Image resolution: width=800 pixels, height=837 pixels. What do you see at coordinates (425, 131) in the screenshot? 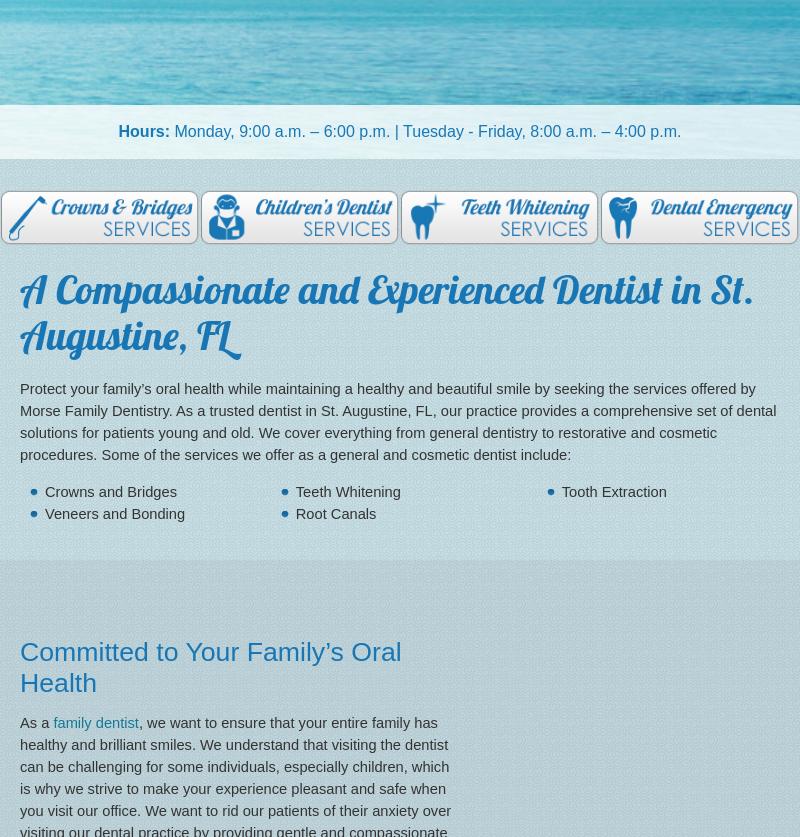
I see `'Monday, 9:00 a.m. – 6:00 p.m. | Tuesday - Friday, 8:00 a.m. – 4:00 p.m.'` at bounding box center [425, 131].